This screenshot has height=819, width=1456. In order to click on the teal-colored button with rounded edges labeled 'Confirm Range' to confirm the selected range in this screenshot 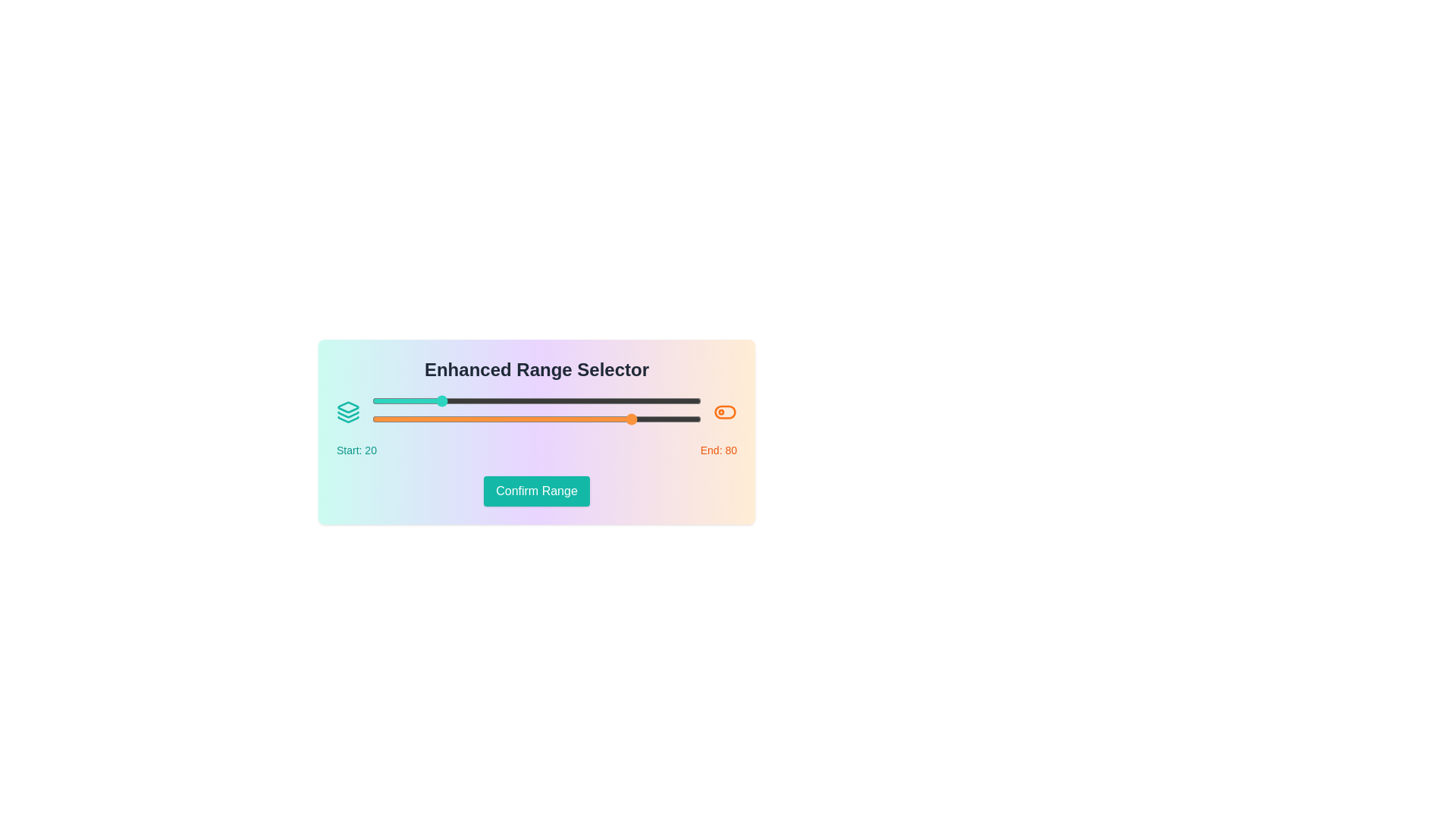, I will do `click(536, 491)`.